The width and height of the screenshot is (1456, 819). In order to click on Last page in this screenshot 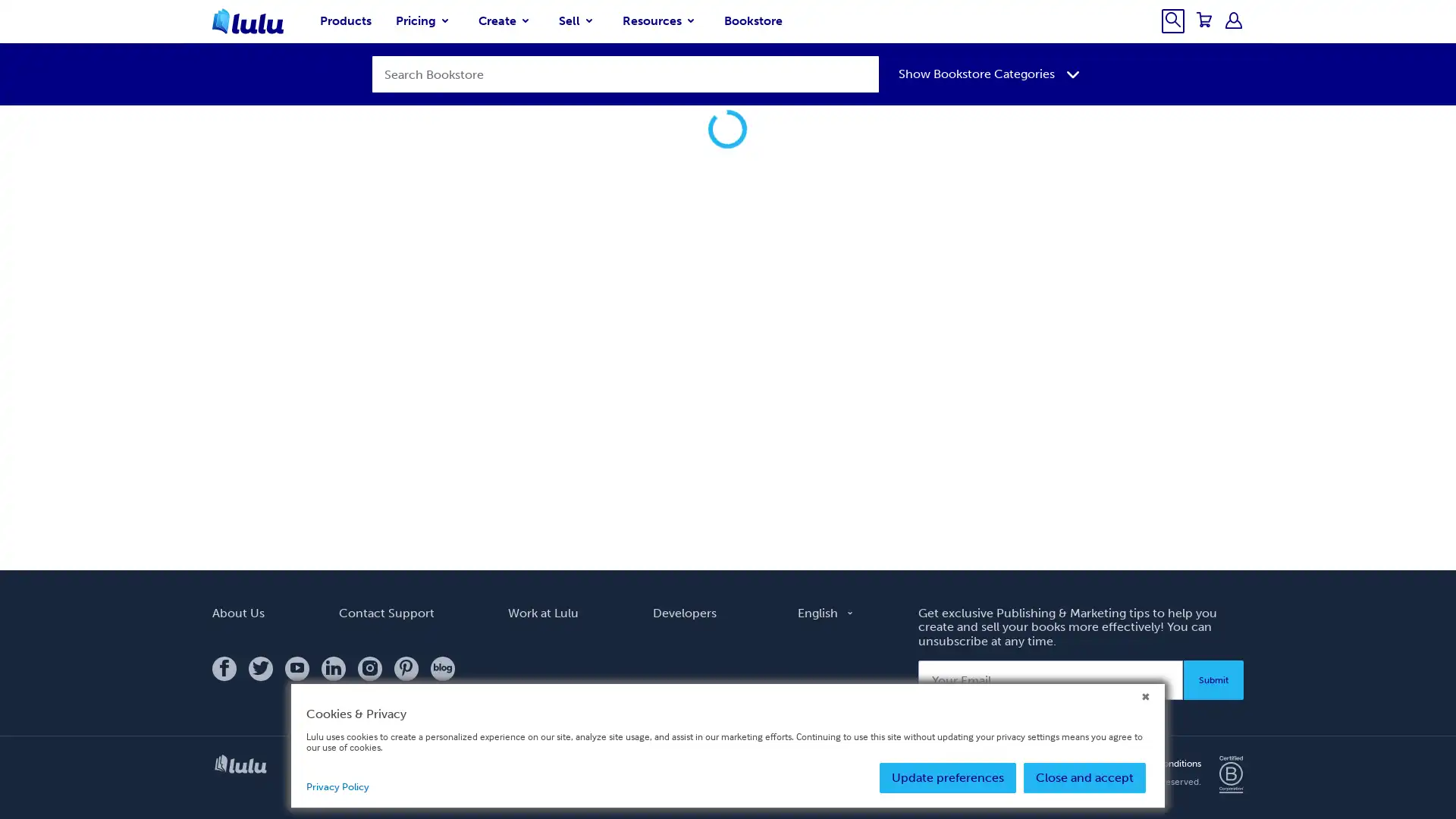, I will do `click(1228, 464)`.